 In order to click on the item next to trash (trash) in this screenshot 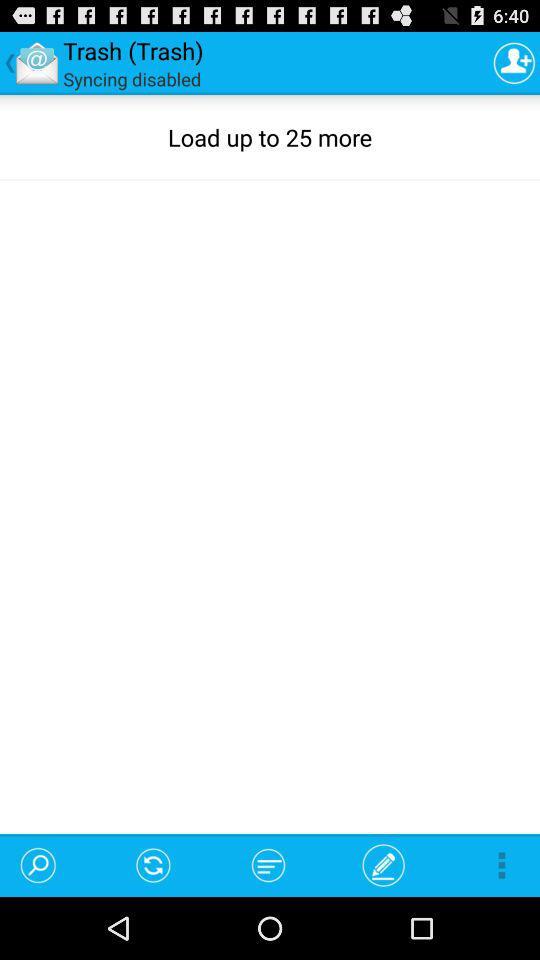, I will do `click(514, 62)`.